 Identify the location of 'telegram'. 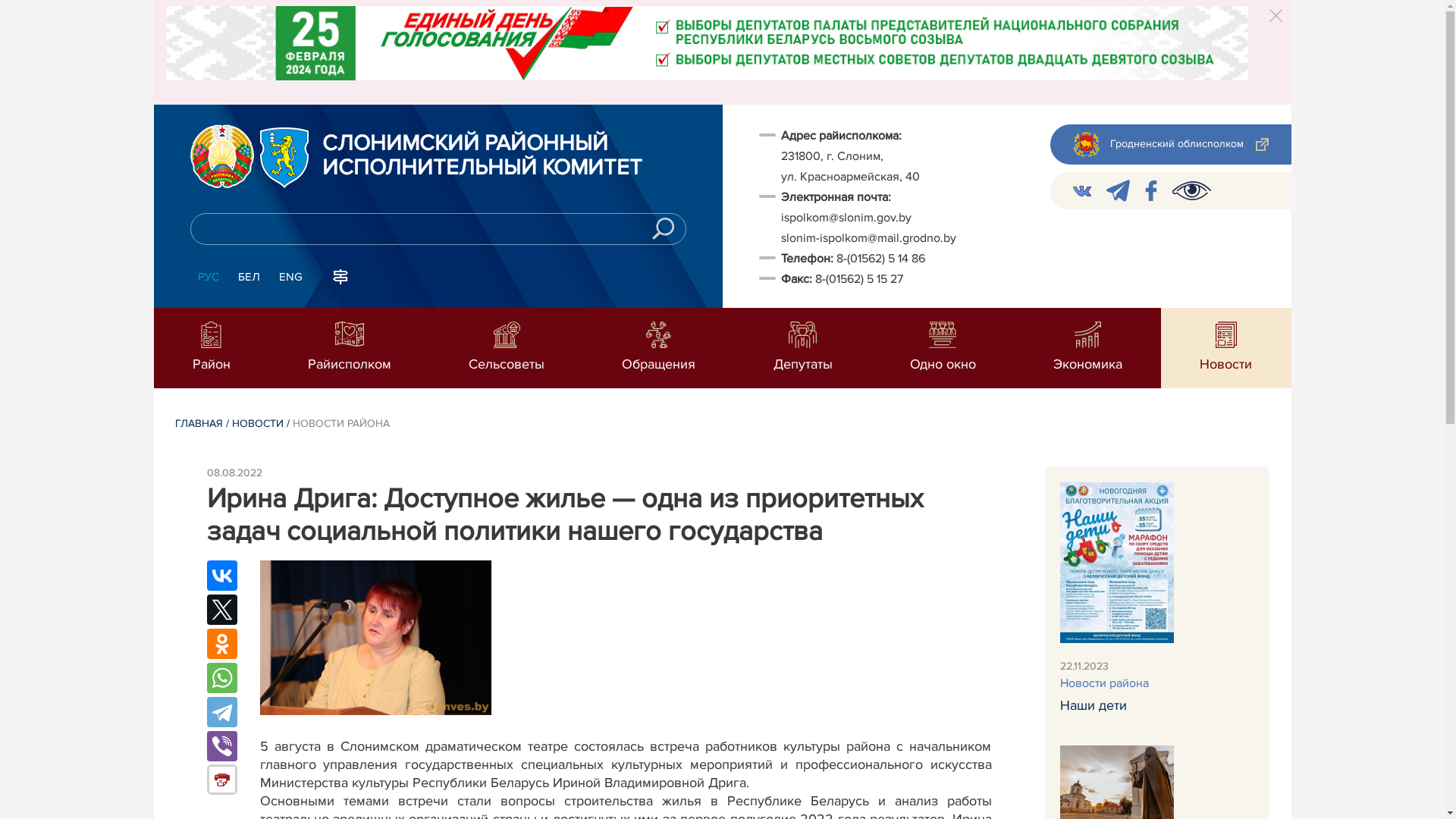
(1117, 190).